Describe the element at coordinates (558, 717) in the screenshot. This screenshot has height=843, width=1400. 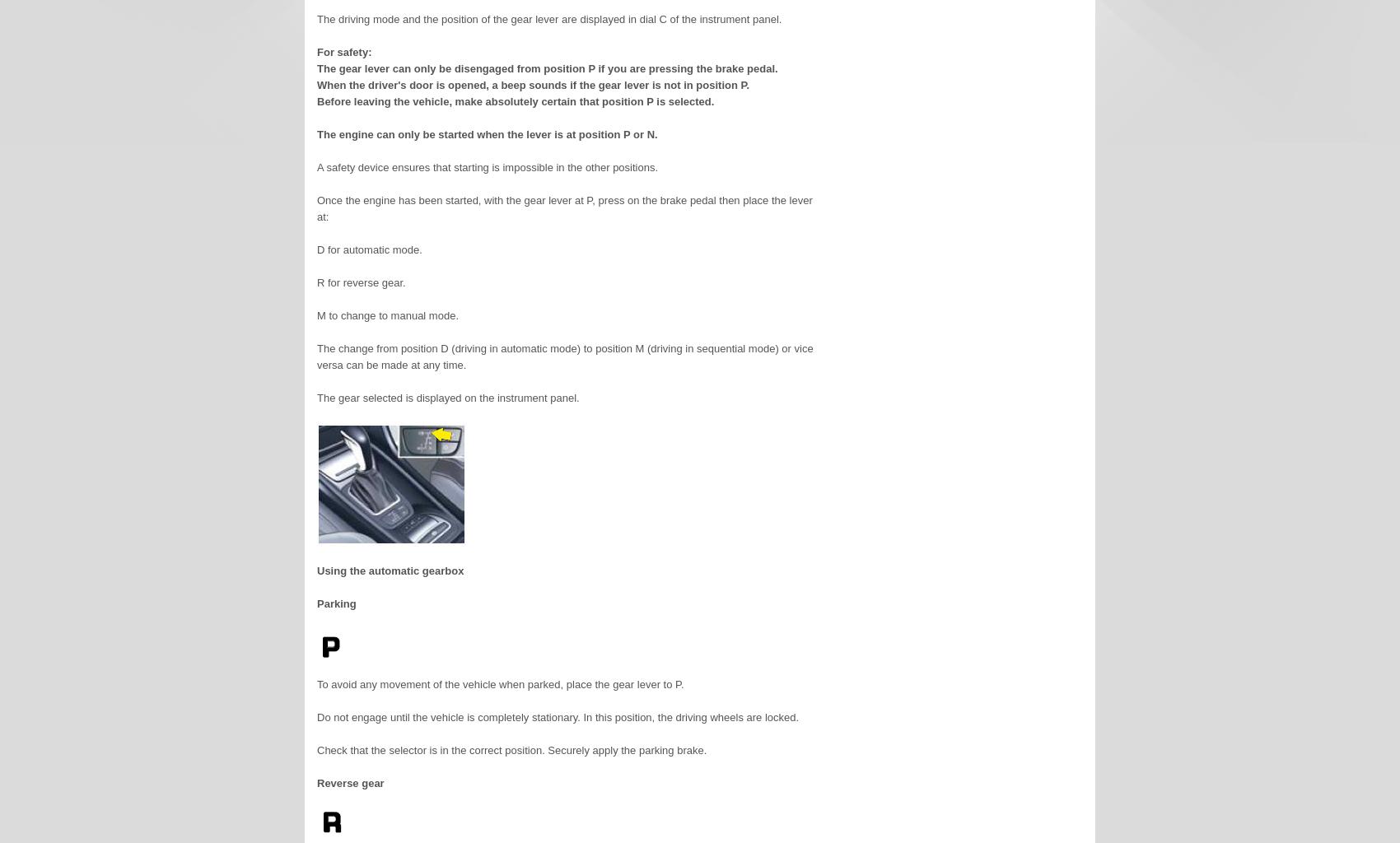
I see `'Do not engage until the vehicle is completely stationary. In this position, the 
driving wheels are locked.'` at that location.